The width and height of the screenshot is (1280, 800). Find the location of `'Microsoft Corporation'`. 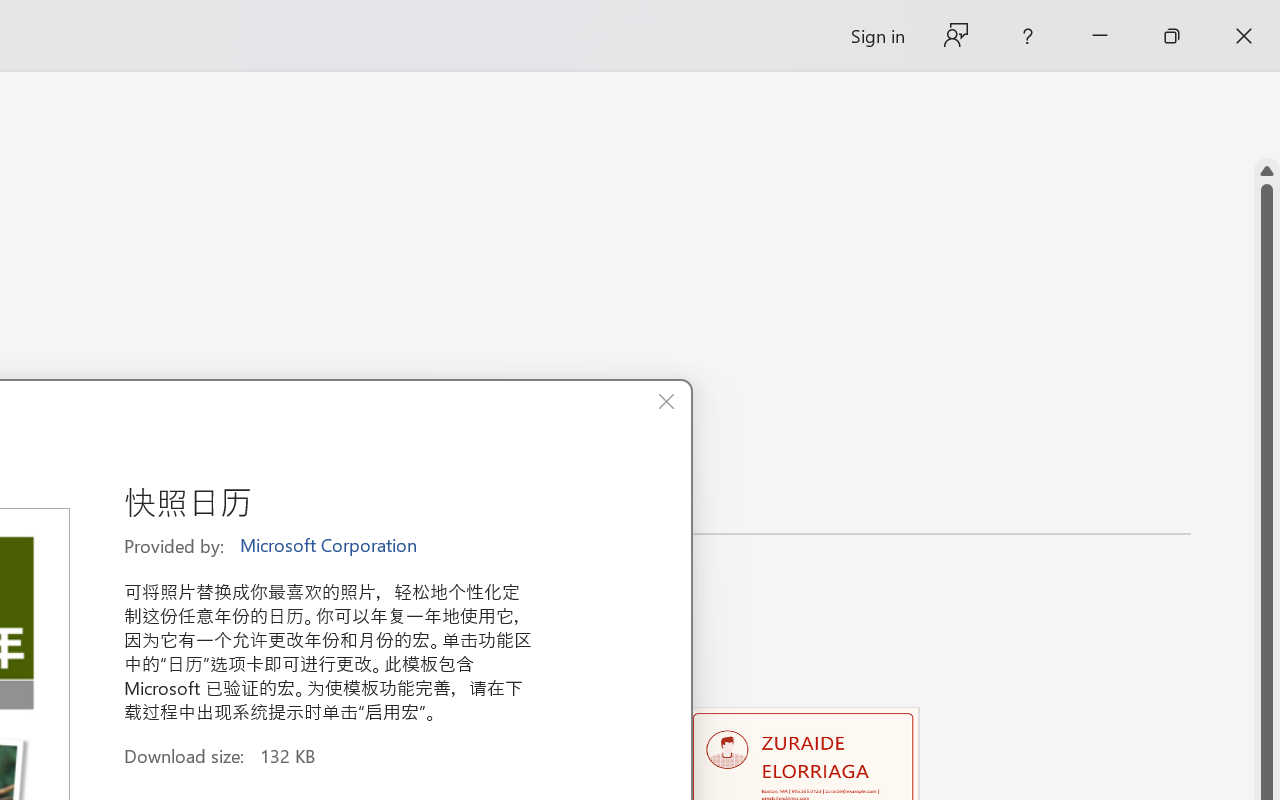

'Microsoft Corporation' is located at coordinates (330, 546).